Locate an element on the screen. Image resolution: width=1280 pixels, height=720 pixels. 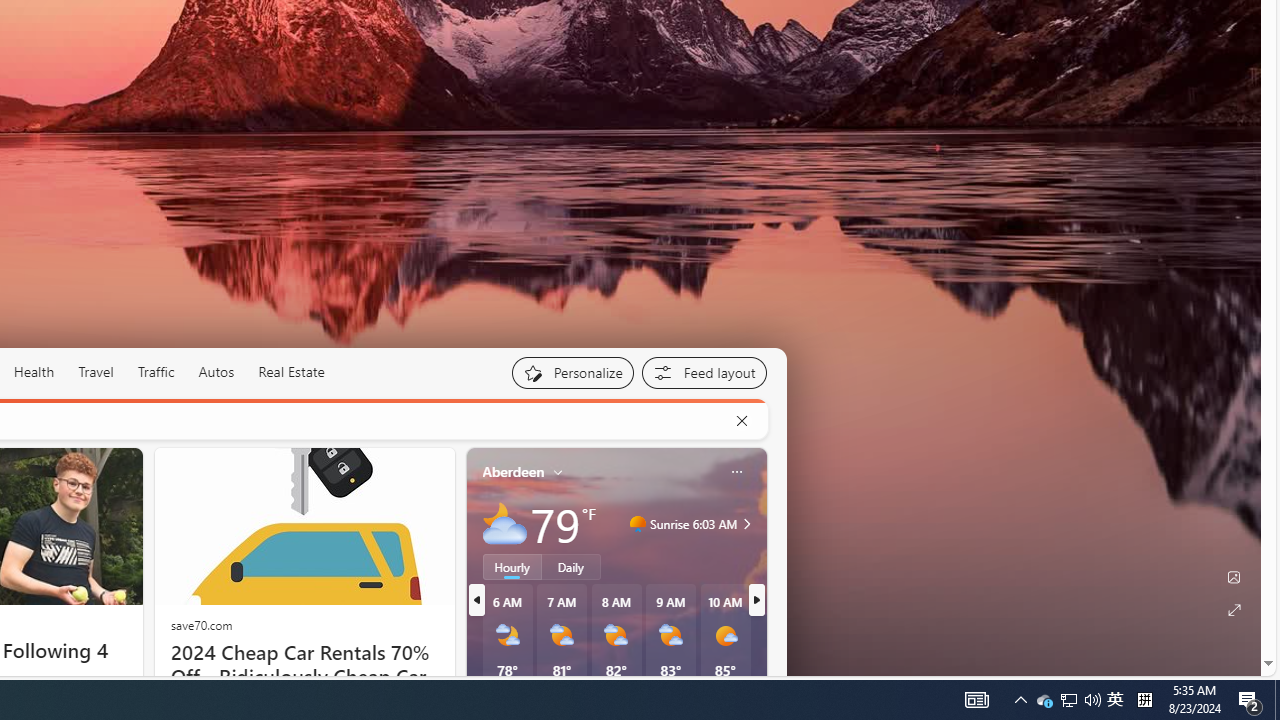
'Personalize your feed"' is located at coordinates (571, 372).